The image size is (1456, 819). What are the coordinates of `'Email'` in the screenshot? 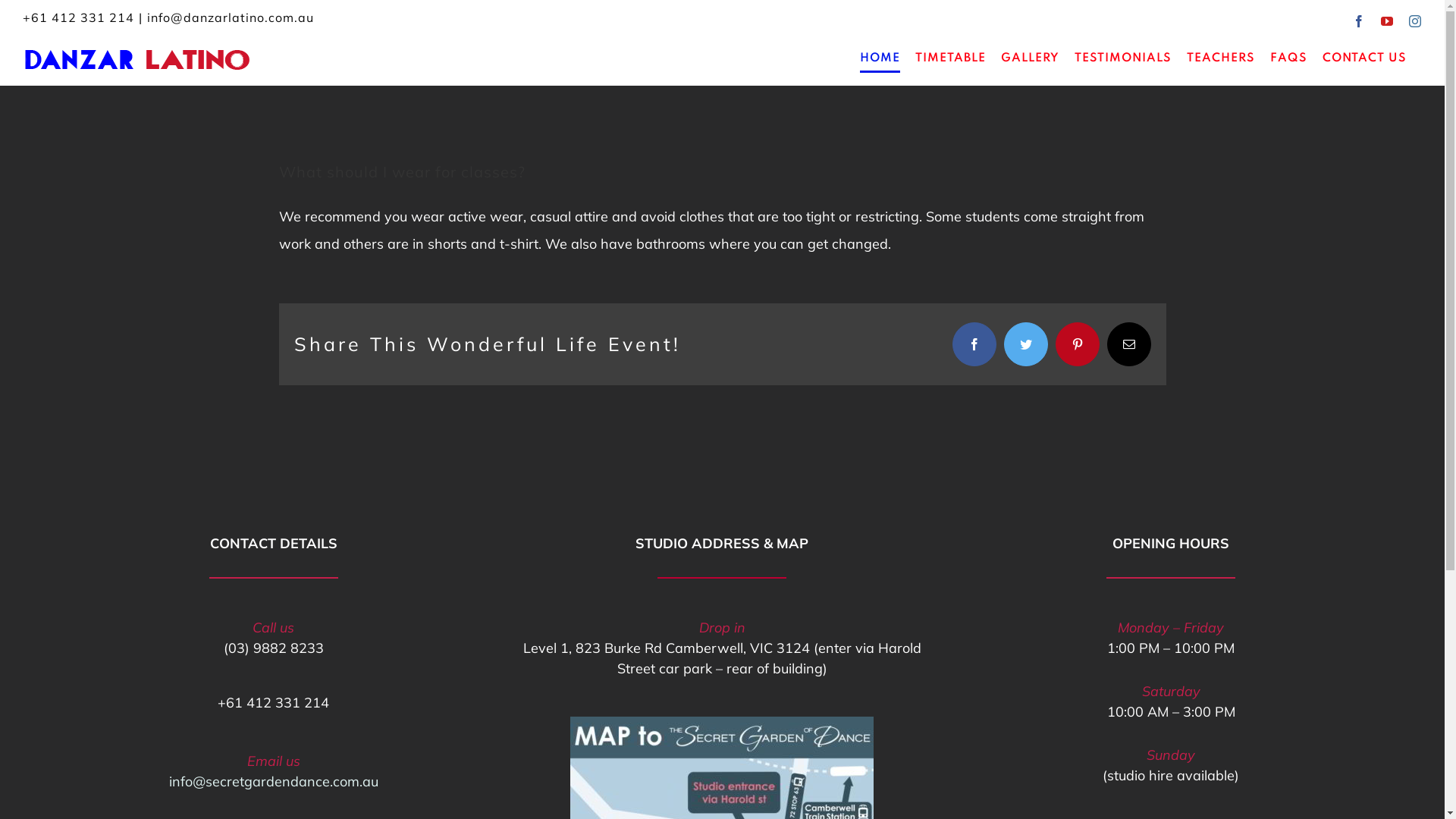 It's located at (1128, 344).